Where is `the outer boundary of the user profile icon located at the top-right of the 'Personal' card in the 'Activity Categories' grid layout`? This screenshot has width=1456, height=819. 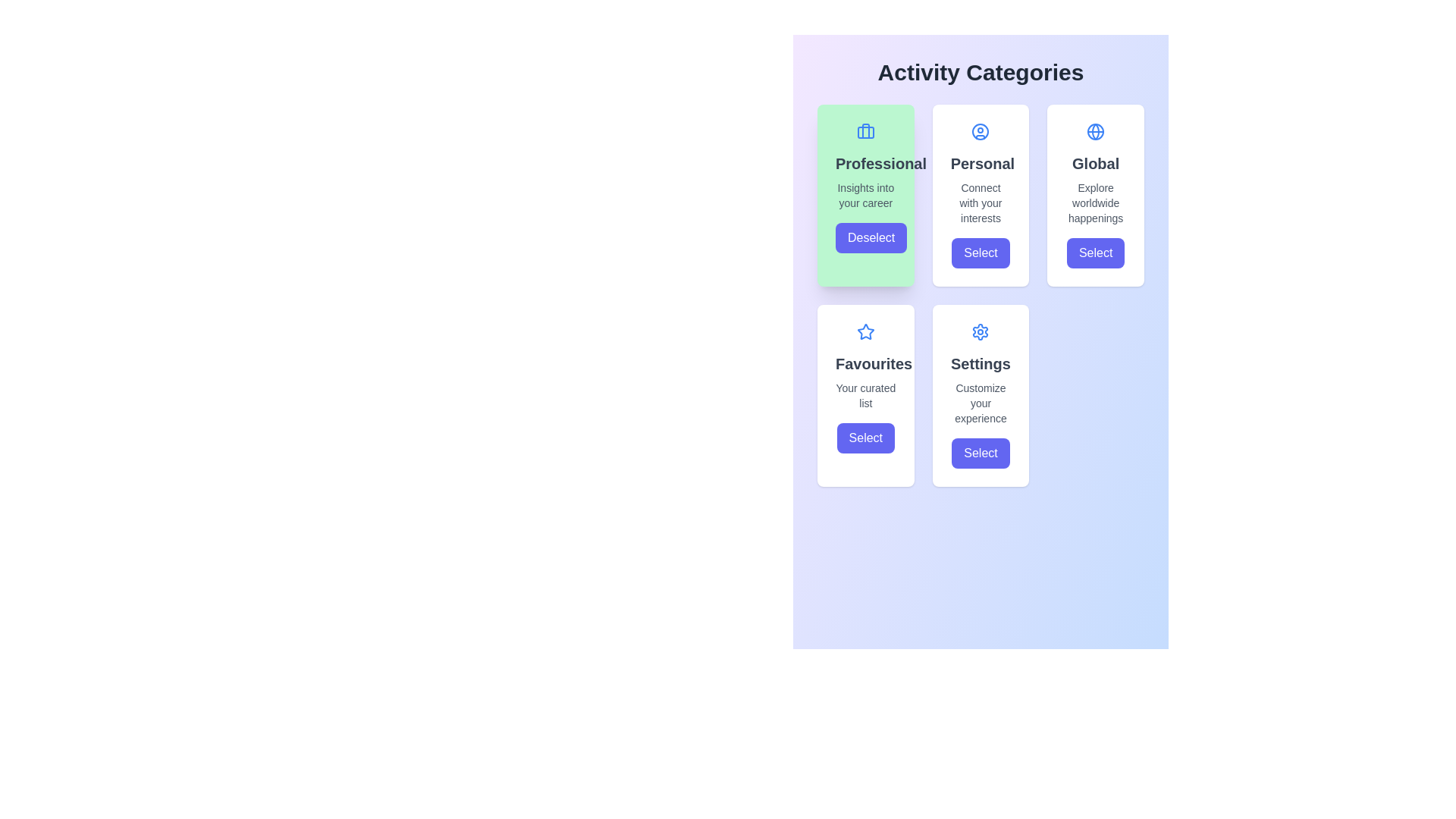
the outer boundary of the user profile icon located at the top-right of the 'Personal' card in the 'Activity Categories' grid layout is located at coordinates (981, 130).